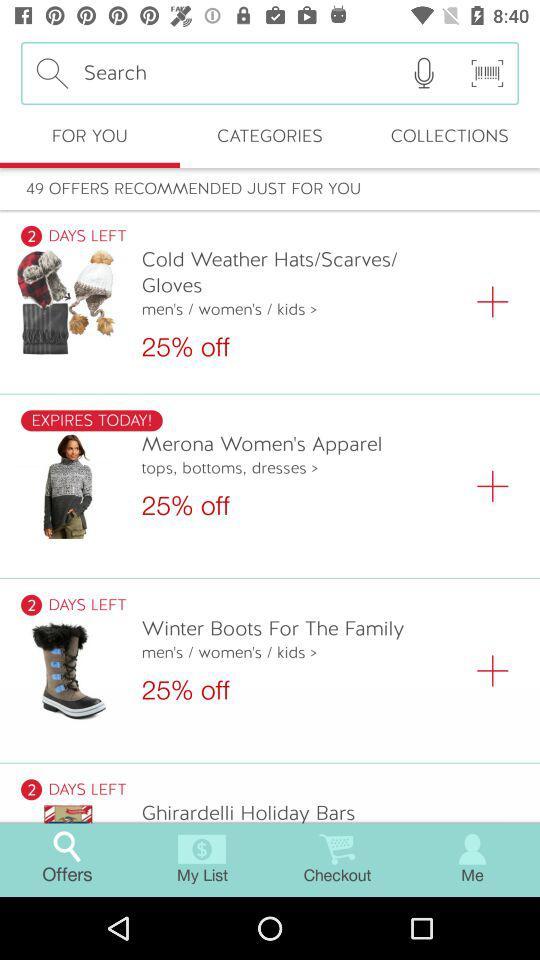  Describe the element at coordinates (423, 73) in the screenshot. I see `item next to the search icon` at that location.